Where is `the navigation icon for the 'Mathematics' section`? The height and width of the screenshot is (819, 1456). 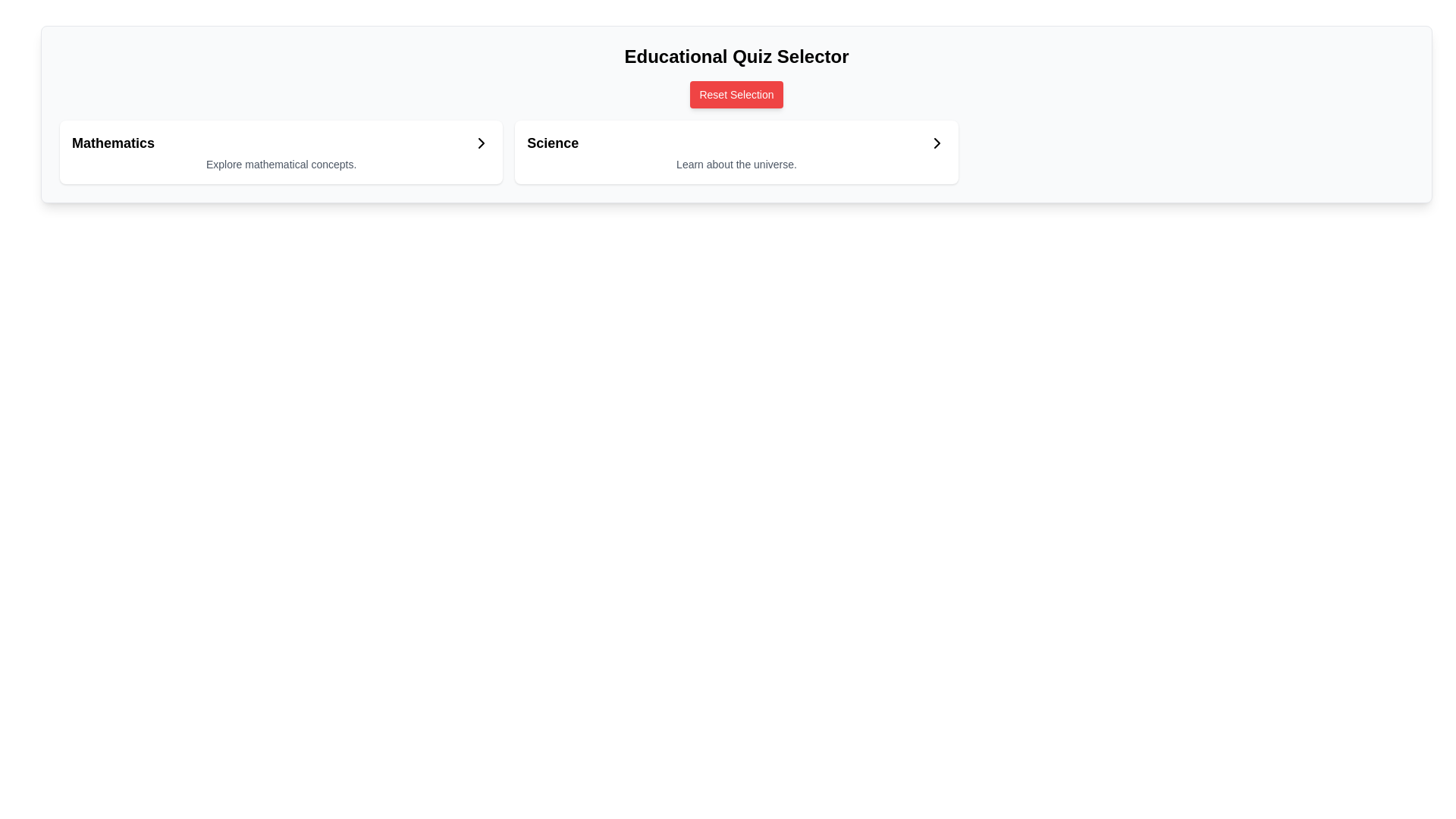 the navigation icon for the 'Mathematics' section is located at coordinates (481, 143).